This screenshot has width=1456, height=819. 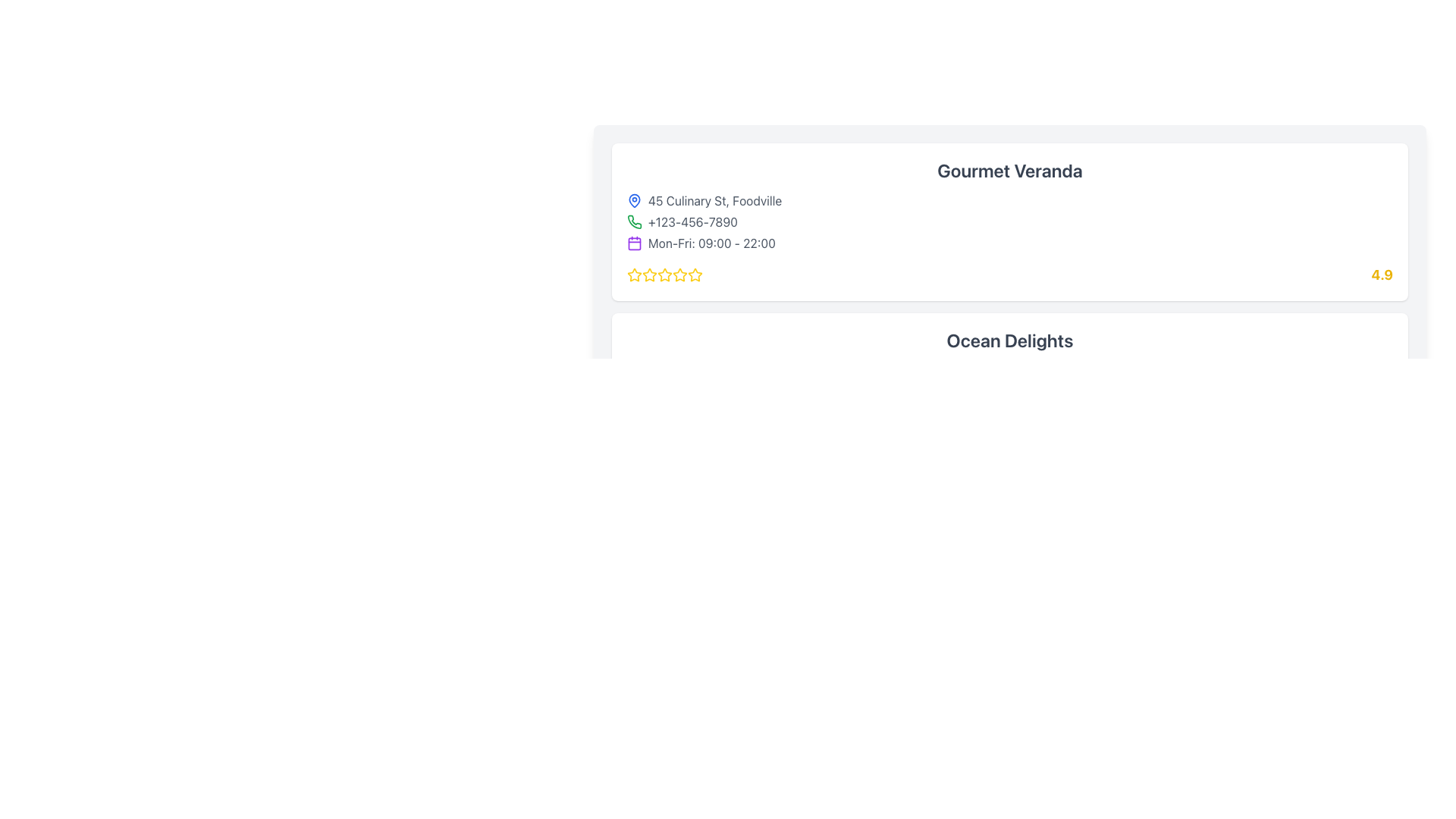 What do you see at coordinates (694, 275) in the screenshot?
I see `the fifth yellow star icon in the five-star rating system` at bounding box center [694, 275].